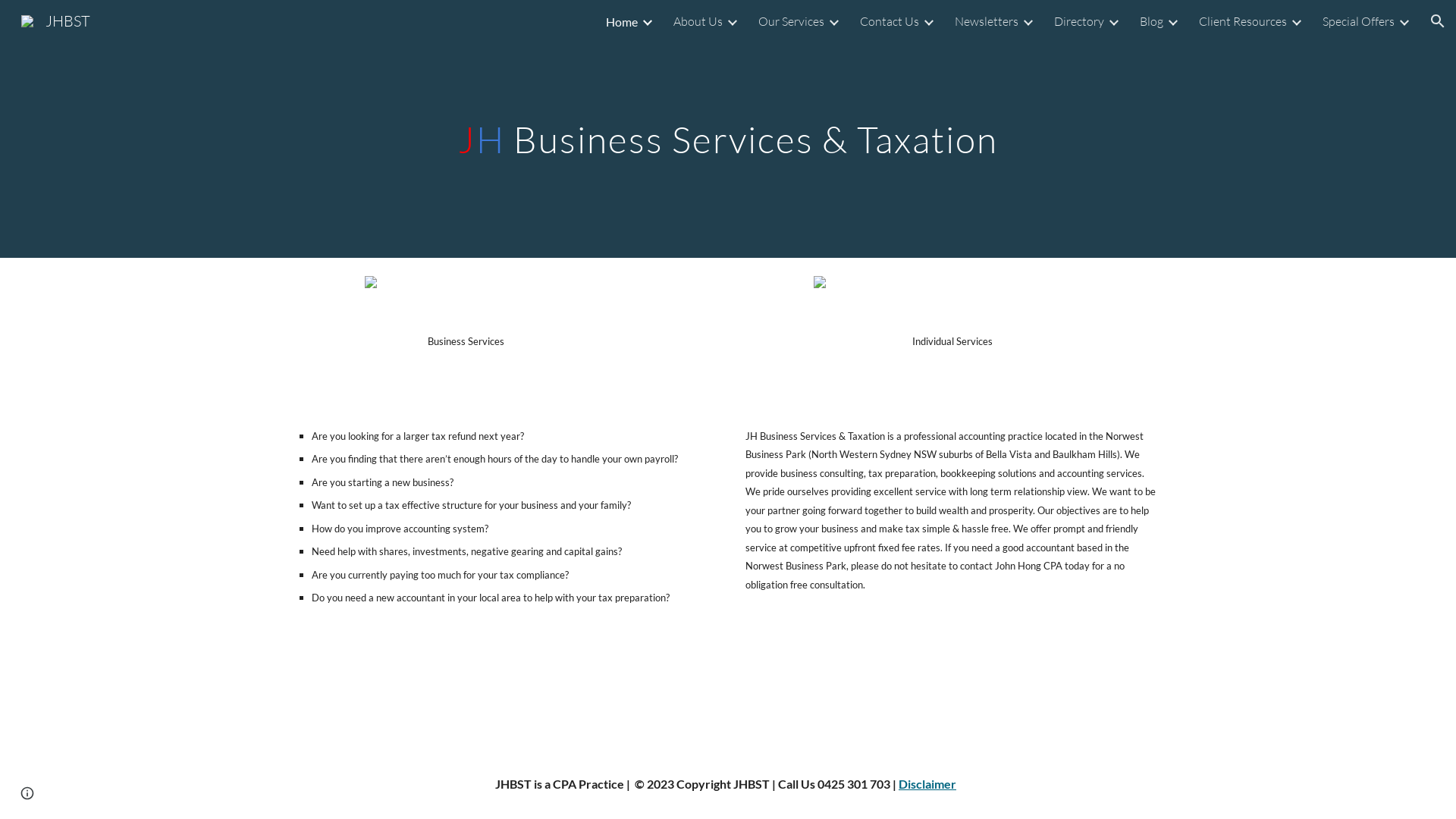 The height and width of the screenshot is (819, 1456). What do you see at coordinates (758, 20) in the screenshot?
I see `'Our Services'` at bounding box center [758, 20].